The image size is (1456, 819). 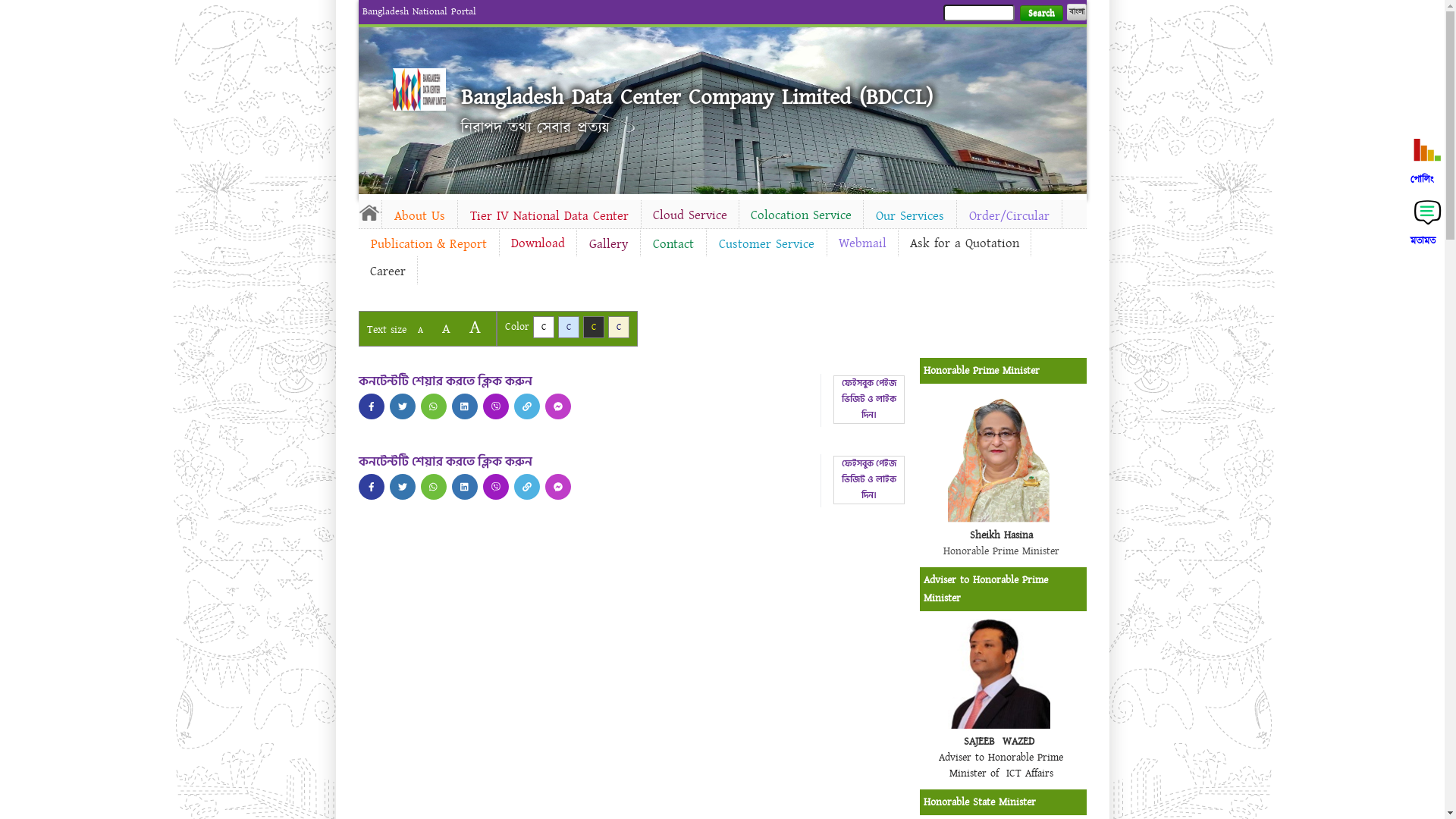 I want to click on 'C', so click(x=532, y=326).